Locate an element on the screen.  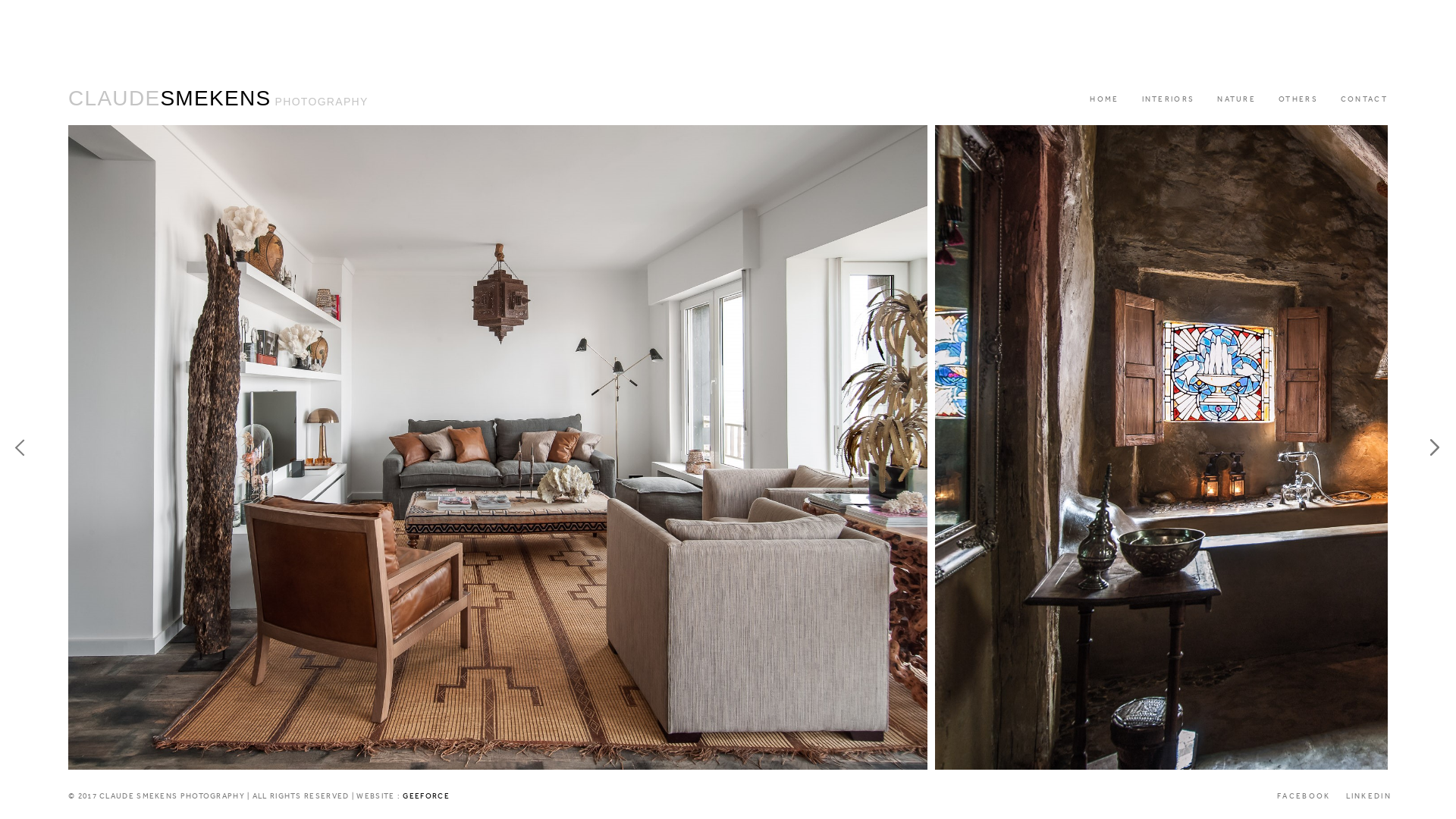
'GEEFORCE' is located at coordinates (425, 795).